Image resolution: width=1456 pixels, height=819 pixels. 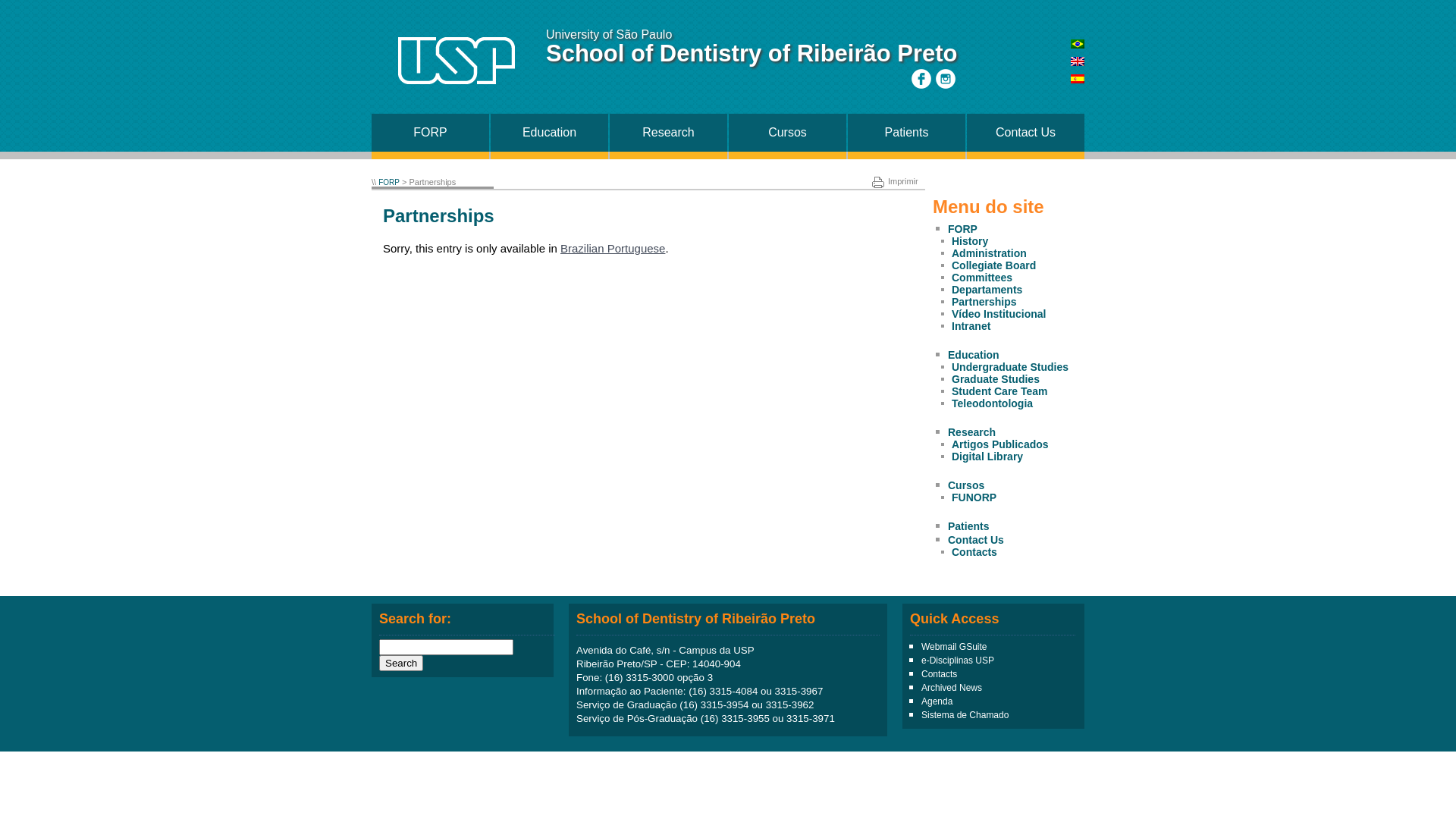 What do you see at coordinates (993, 265) in the screenshot?
I see `'Collegiate Board'` at bounding box center [993, 265].